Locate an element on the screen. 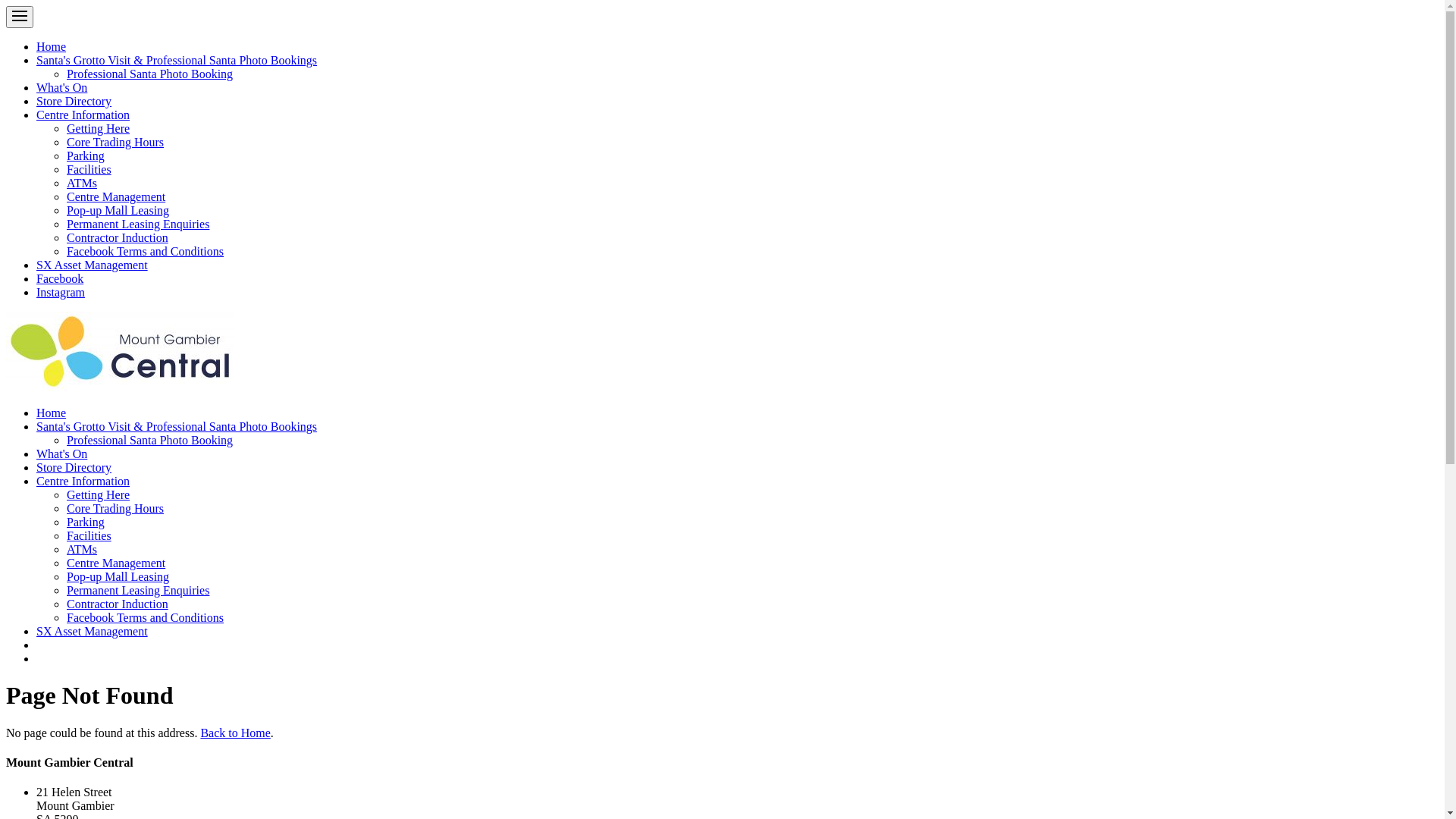  'Professional Santa Photo Booking' is located at coordinates (149, 440).